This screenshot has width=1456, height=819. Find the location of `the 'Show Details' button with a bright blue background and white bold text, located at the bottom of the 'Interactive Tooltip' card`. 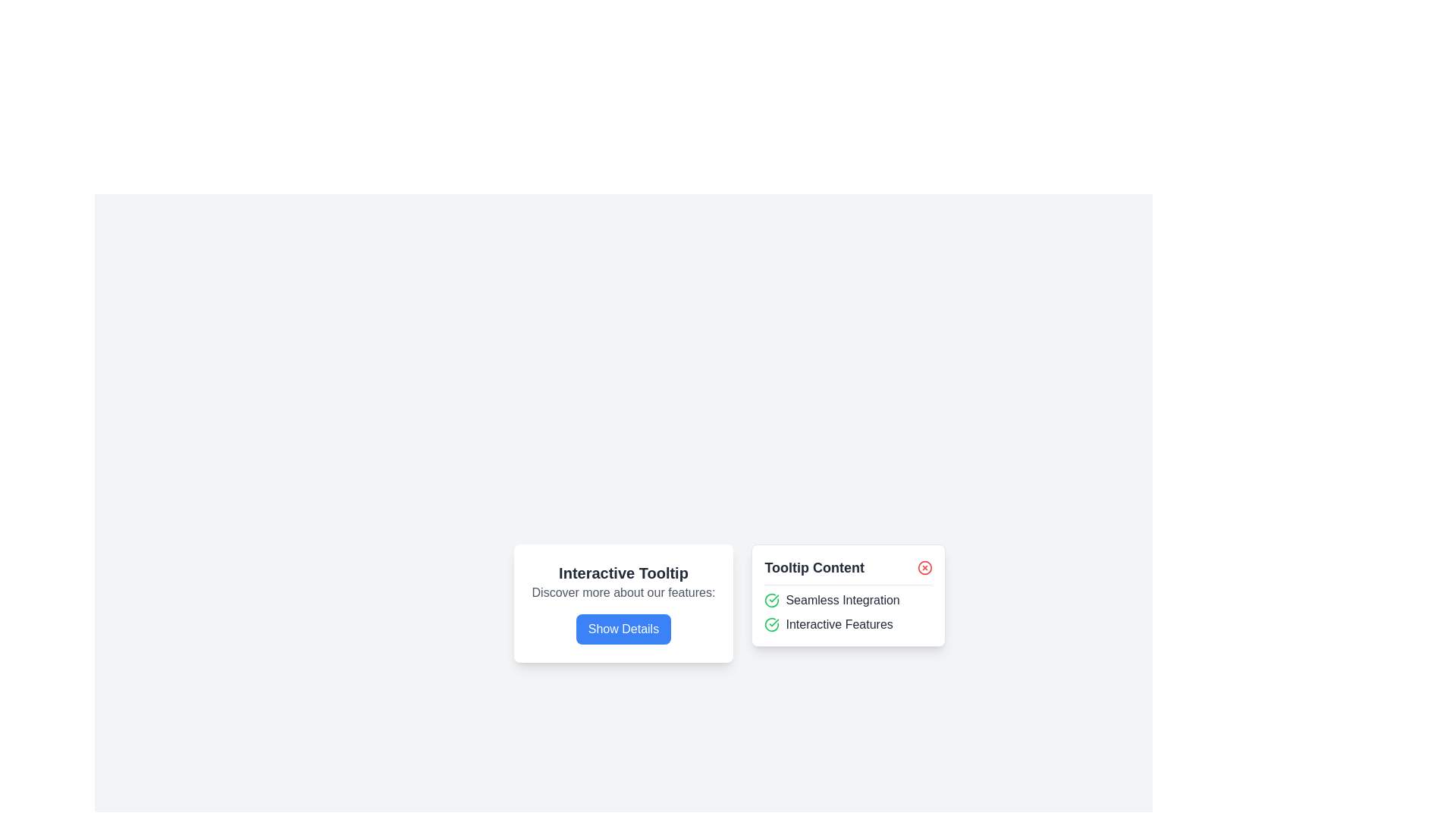

the 'Show Details' button with a bright blue background and white bold text, located at the bottom of the 'Interactive Tooltip' card is located at coordinates (623, 629).